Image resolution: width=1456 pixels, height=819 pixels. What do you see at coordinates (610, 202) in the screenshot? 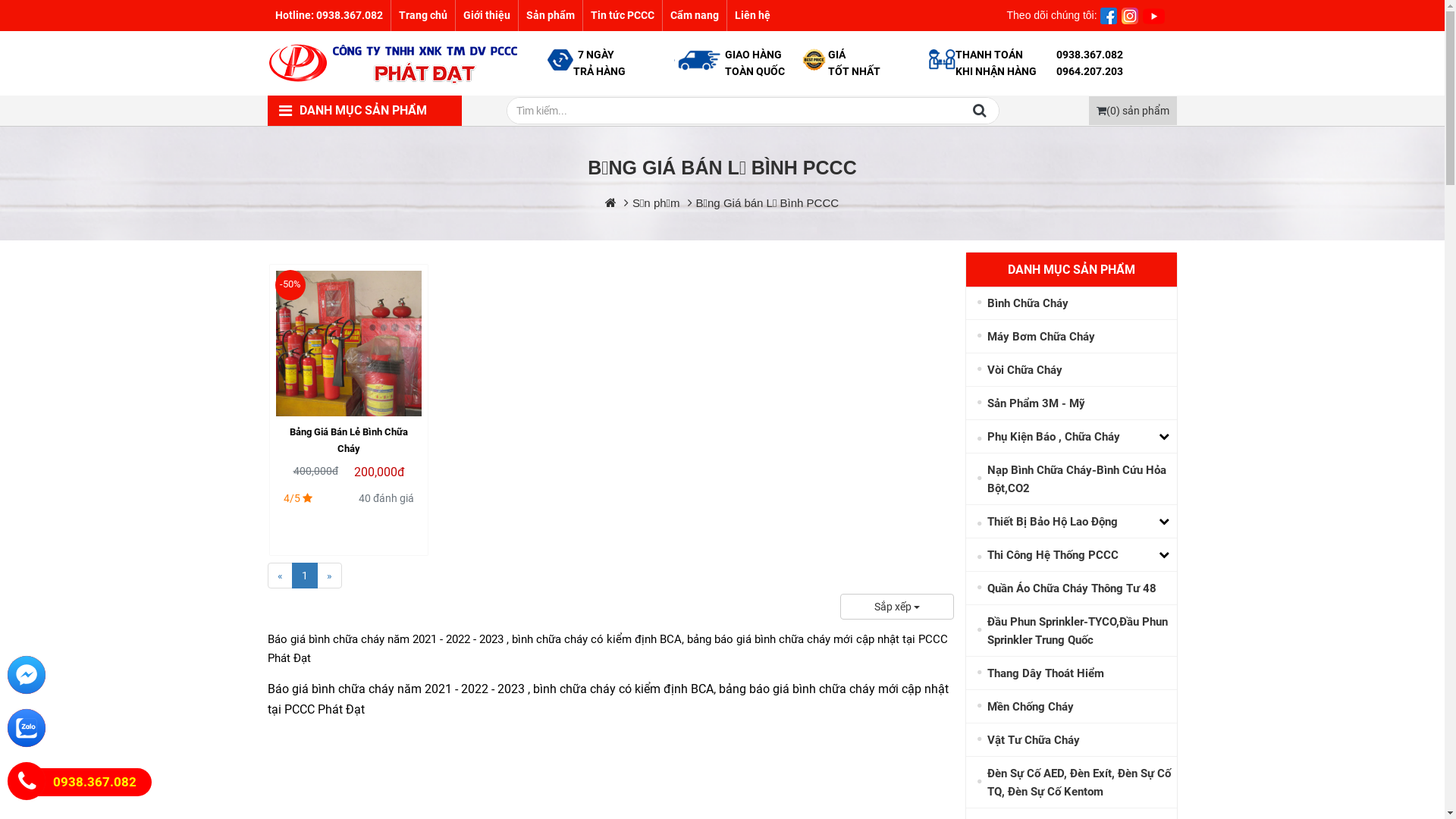
I see `'https://114pccc.com/'` at bounding box center [610, 202].